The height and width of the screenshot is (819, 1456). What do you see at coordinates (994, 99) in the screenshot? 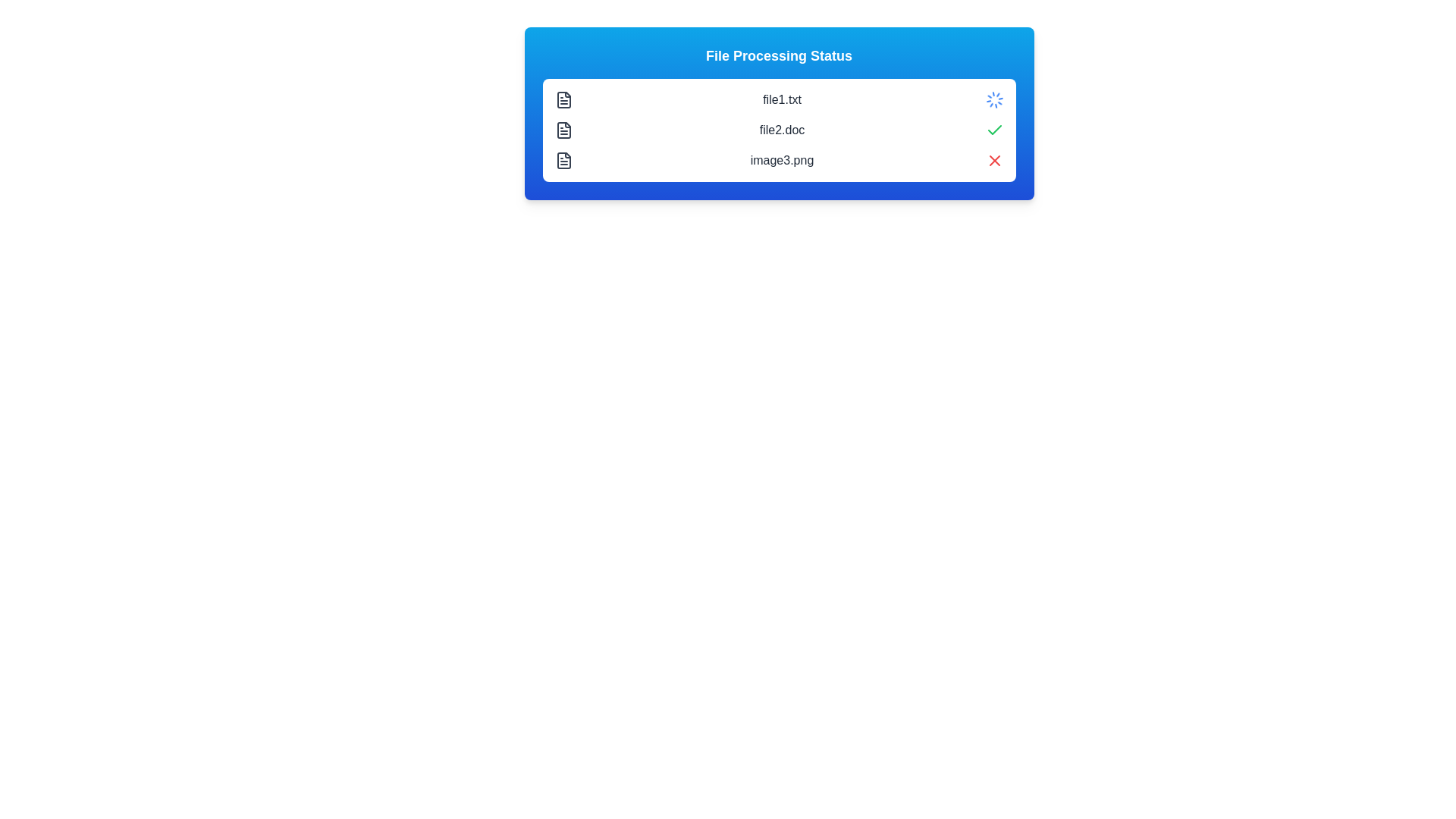
I see `the loading spinner icon, which is a small circular blue icon with a spinning animation located to the far right of the text 'file1.txt' in the file processing status interface` at bounding box center [994, 99].